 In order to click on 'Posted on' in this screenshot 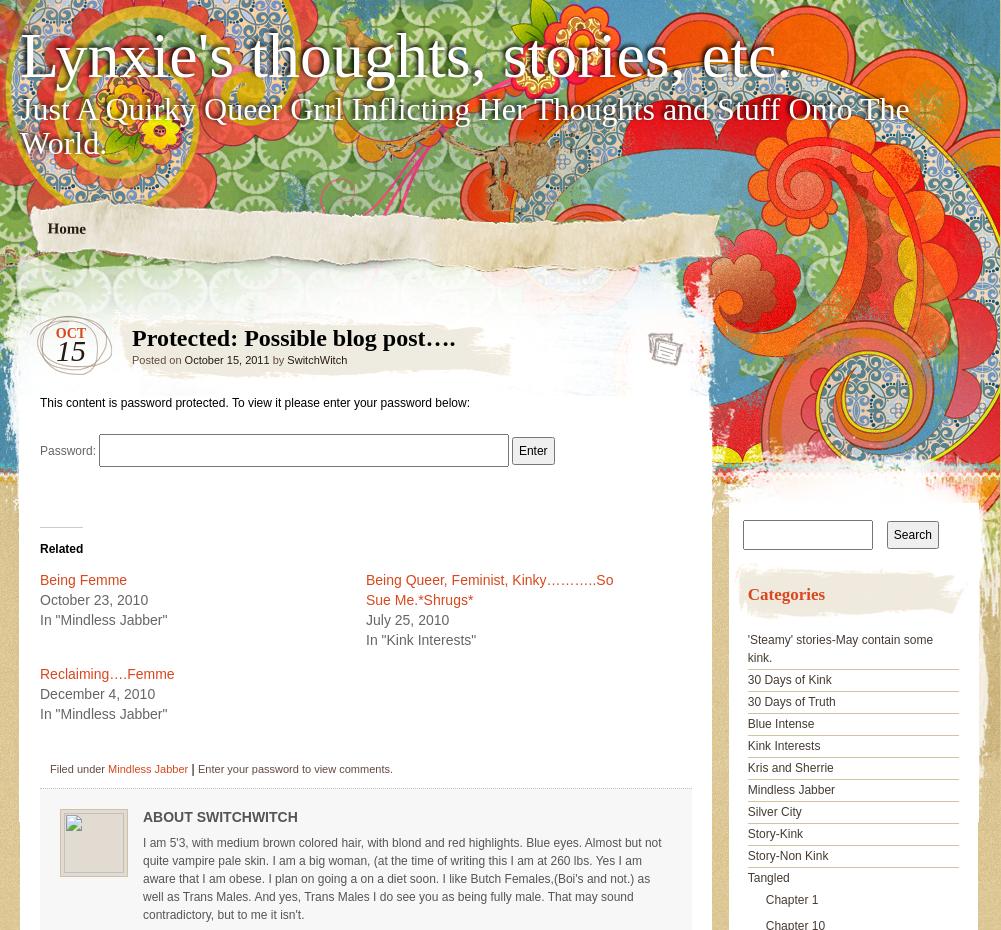, I will do `click(157, 359)`.